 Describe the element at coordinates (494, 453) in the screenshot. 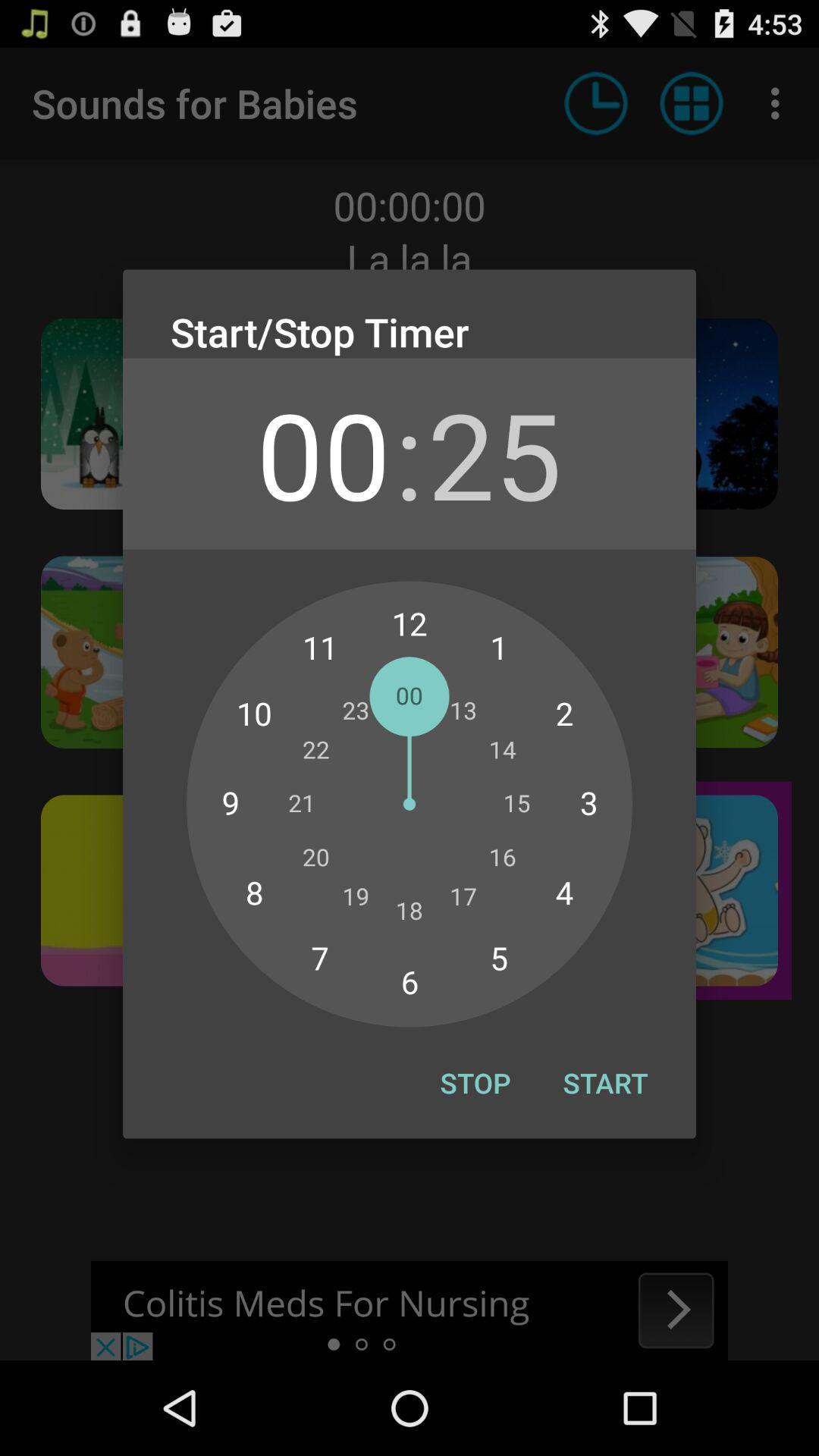

I see `25` at that location.